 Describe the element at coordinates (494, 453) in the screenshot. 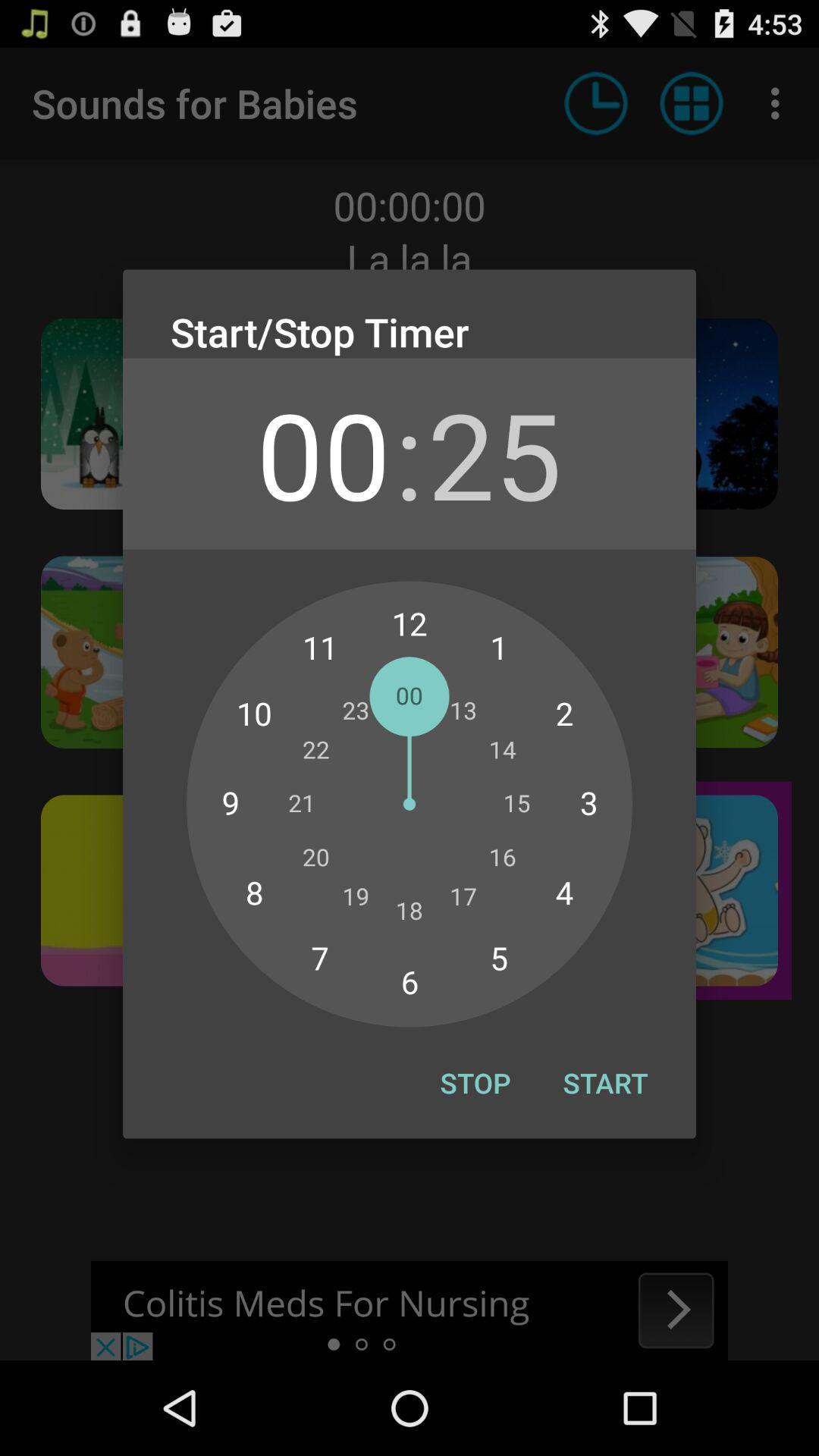

I see `25` at that location.